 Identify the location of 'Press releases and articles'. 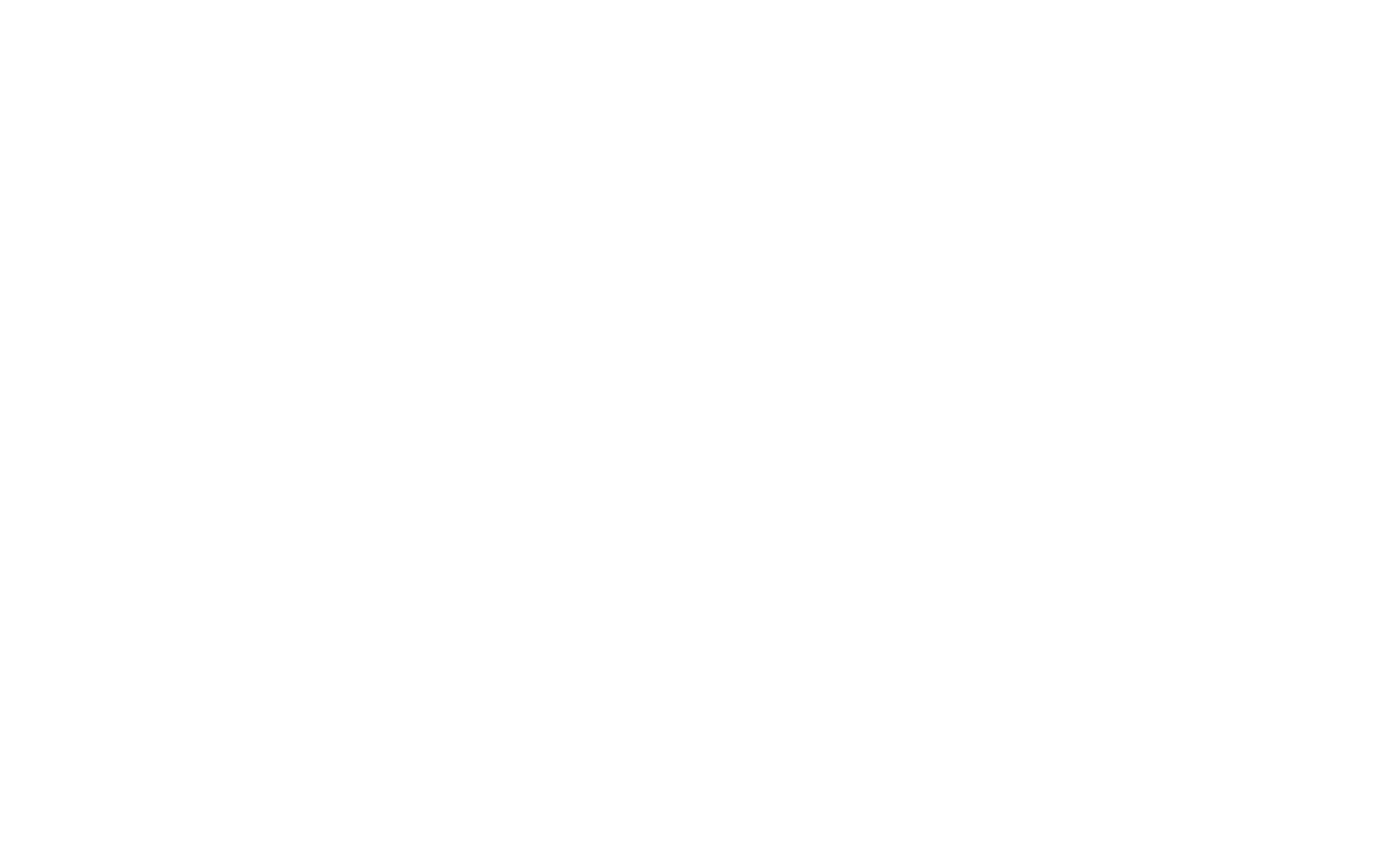
(981, 646).